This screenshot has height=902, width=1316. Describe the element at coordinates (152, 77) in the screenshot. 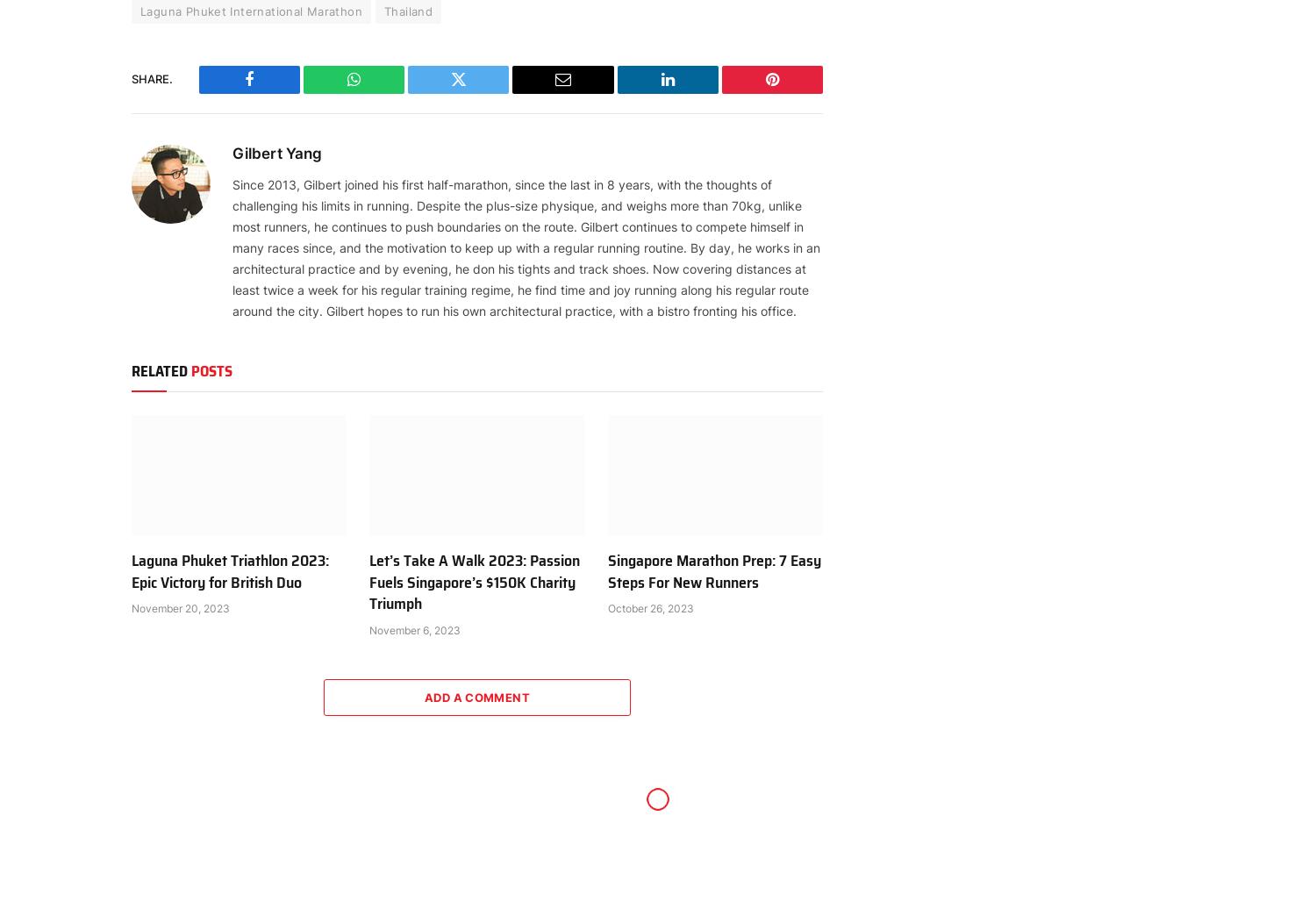

I see `'Share.'` at that location.